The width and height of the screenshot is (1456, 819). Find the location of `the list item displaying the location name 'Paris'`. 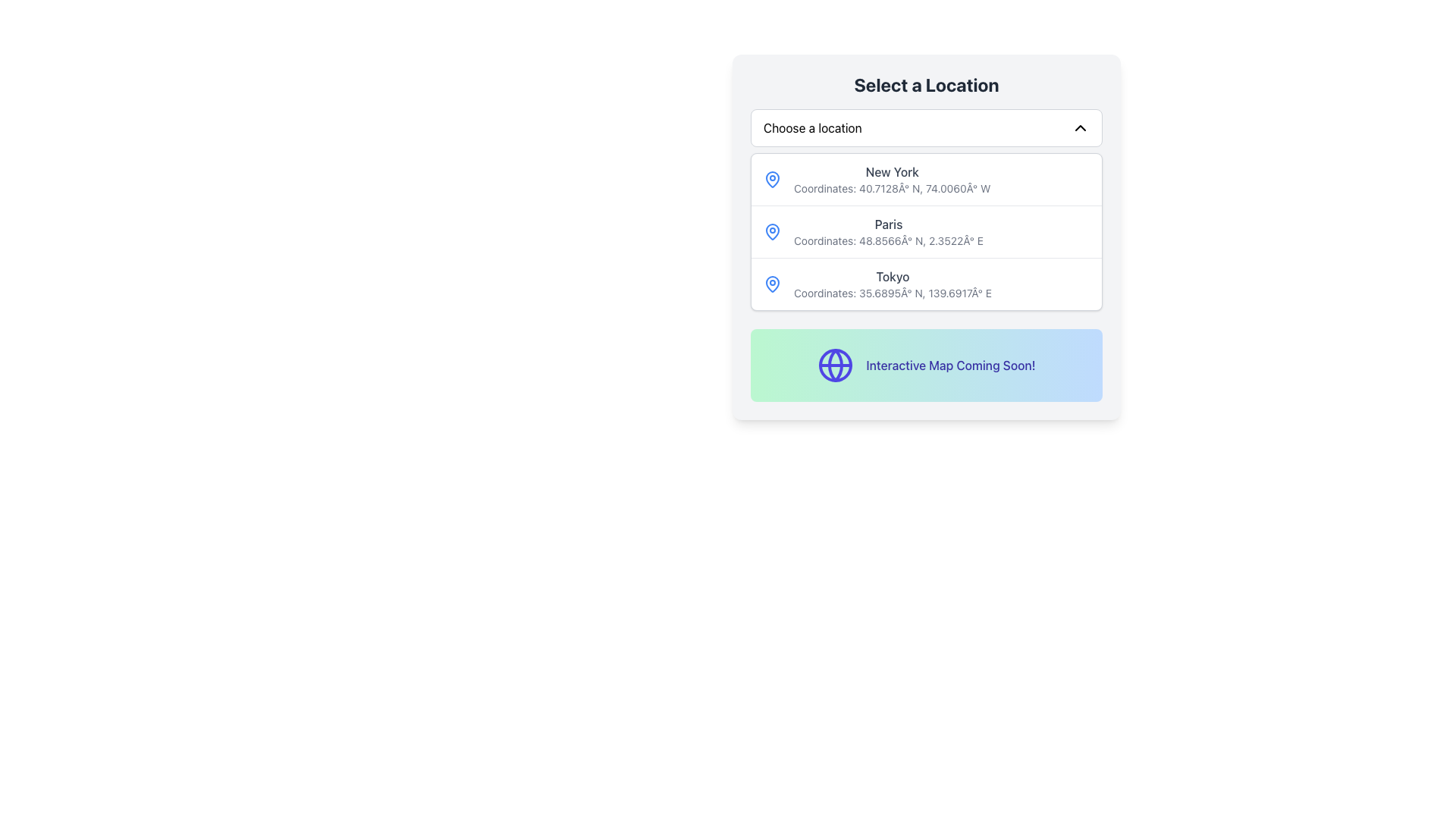

the list item displaying the location name 'Paris' is located at coordinates (926, 237).